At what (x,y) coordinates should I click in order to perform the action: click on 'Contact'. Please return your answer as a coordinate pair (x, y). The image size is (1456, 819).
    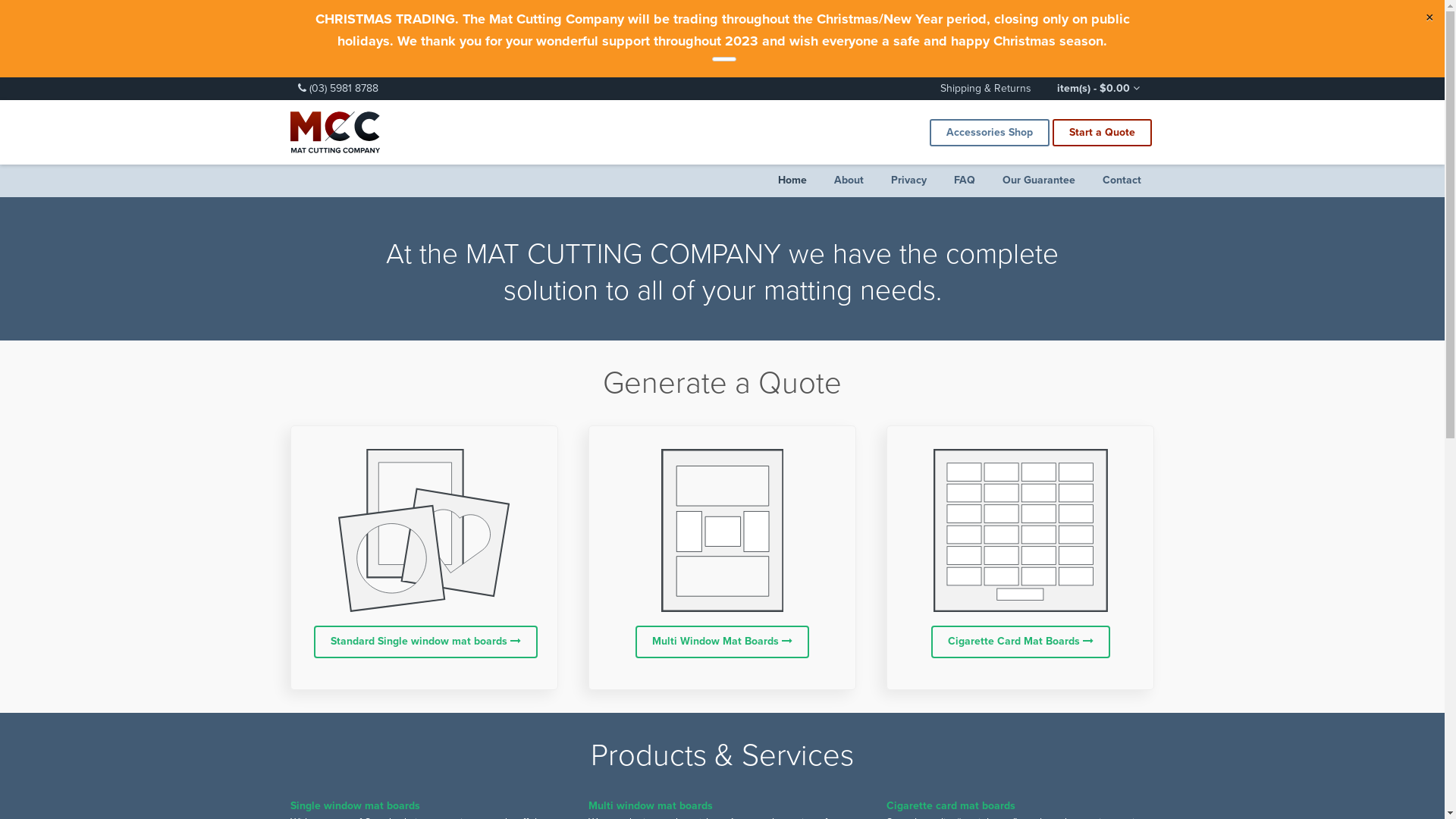
    Looking at the image, I should click on (1122, 180).